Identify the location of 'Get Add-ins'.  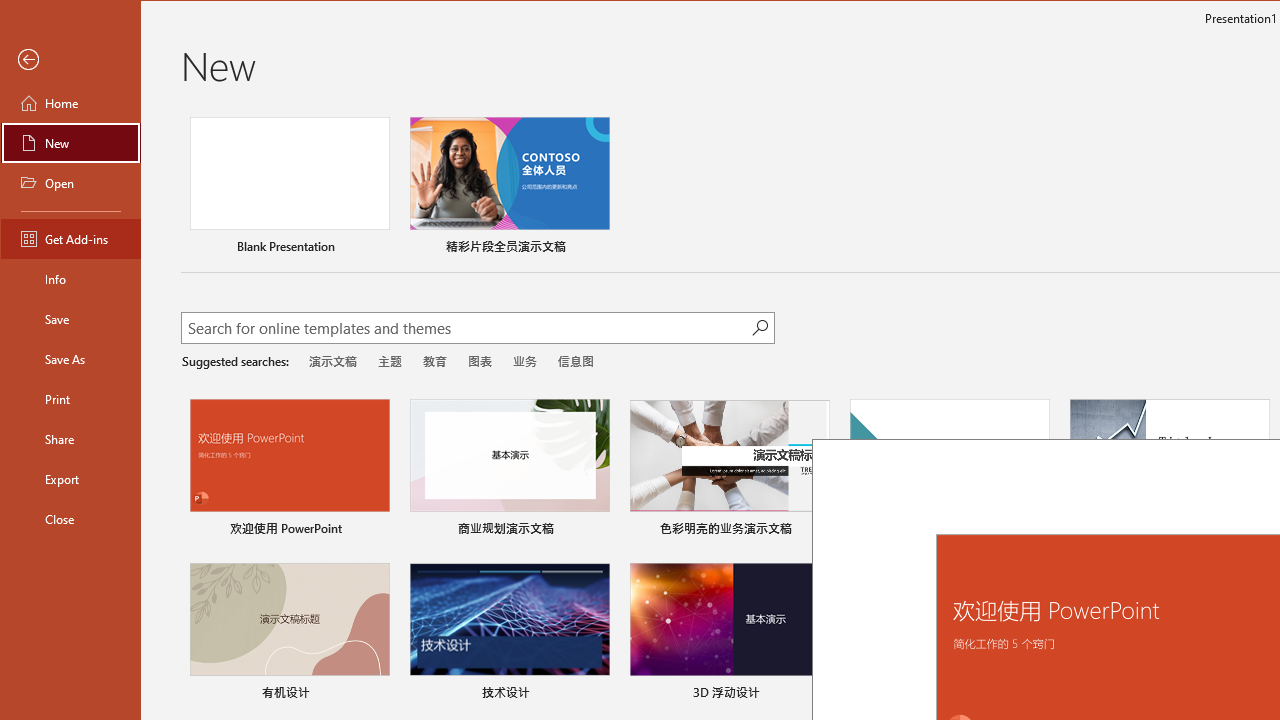
(71, 238).